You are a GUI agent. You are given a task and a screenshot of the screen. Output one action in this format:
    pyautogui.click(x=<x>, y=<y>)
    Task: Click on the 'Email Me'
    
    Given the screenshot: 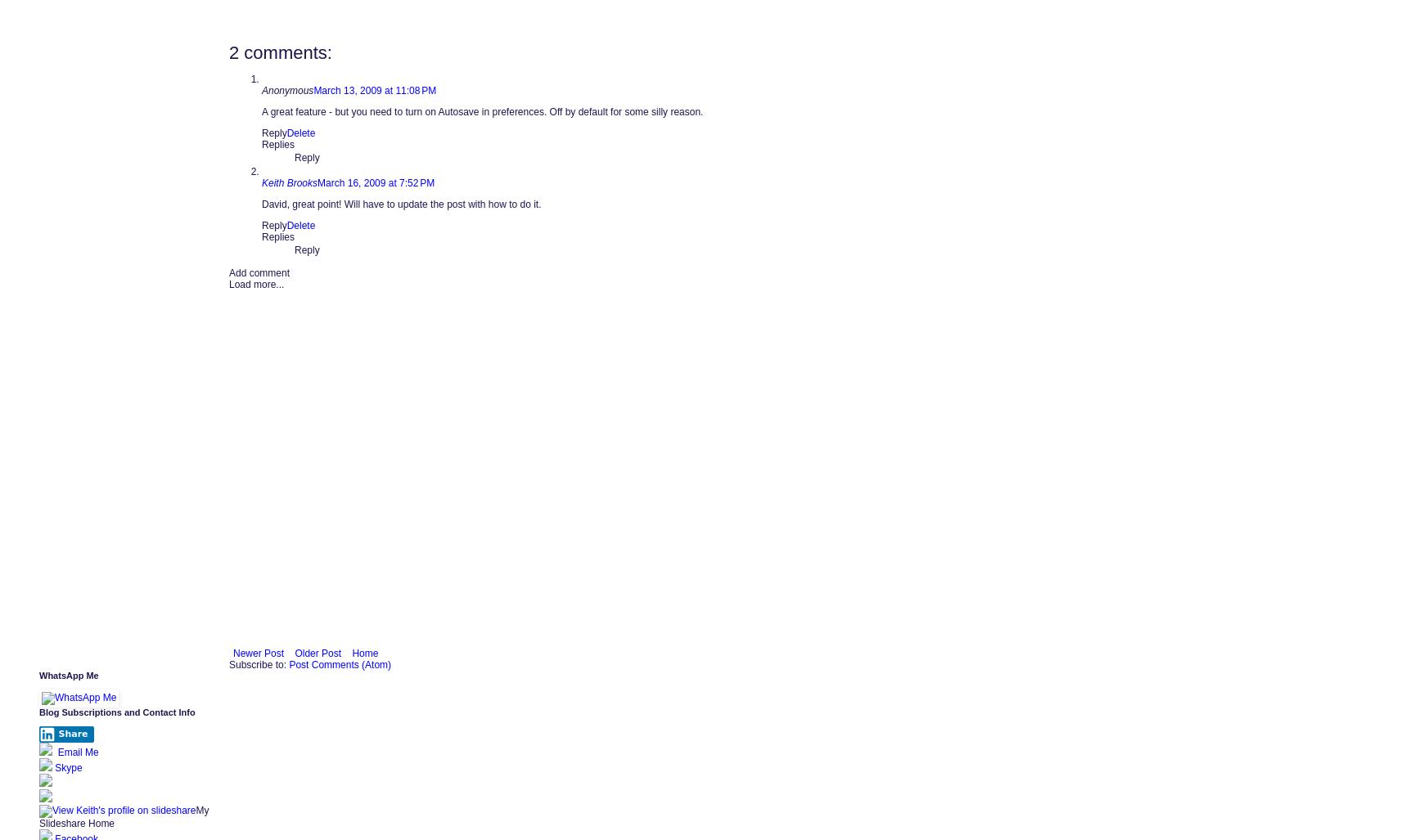 What is the action you would take?
    pyautogui.click(x=53, y=751)
    